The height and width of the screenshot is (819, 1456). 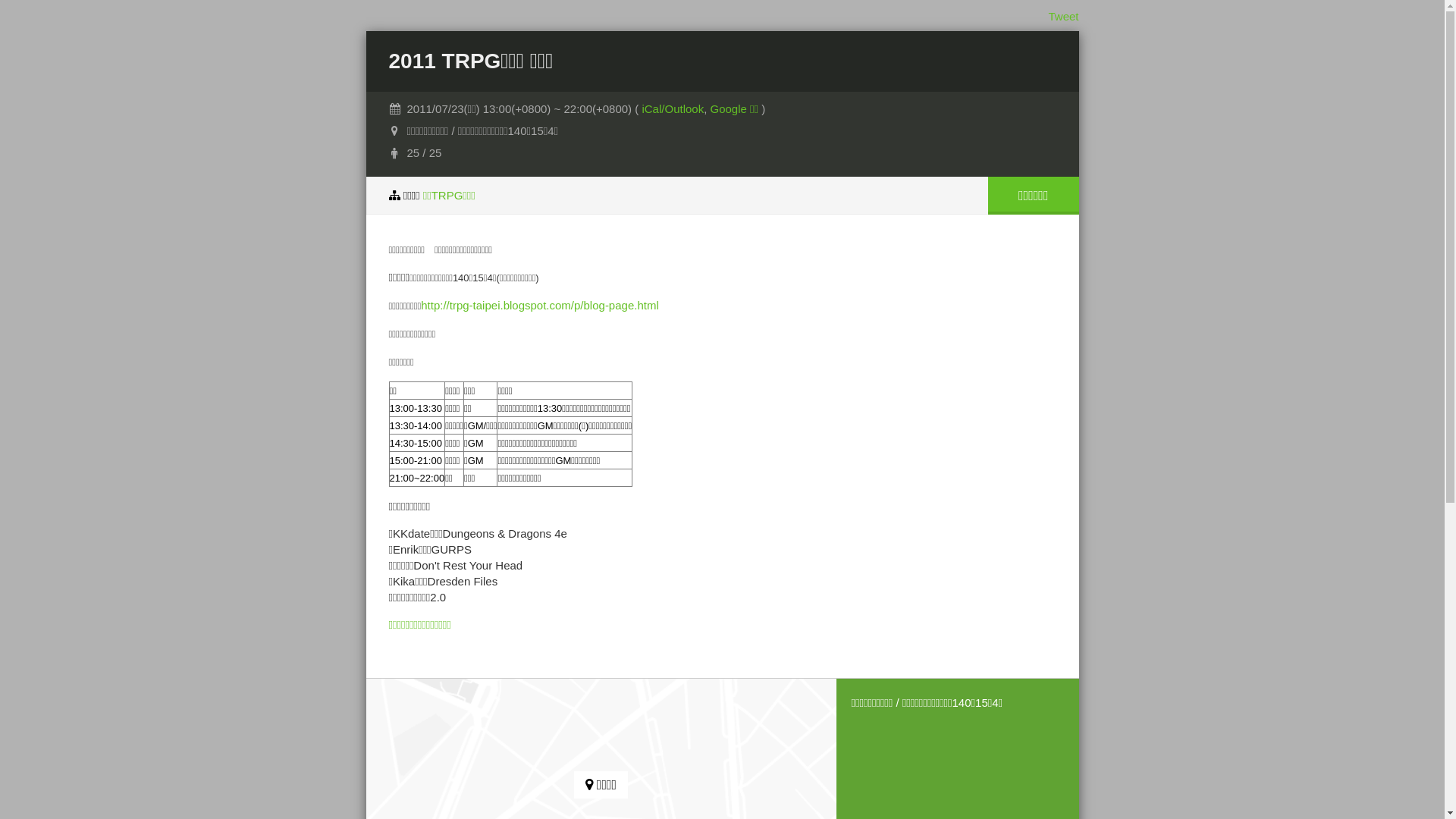 I want to click on 'iCal/Outlook', so click(x=672, y=108).